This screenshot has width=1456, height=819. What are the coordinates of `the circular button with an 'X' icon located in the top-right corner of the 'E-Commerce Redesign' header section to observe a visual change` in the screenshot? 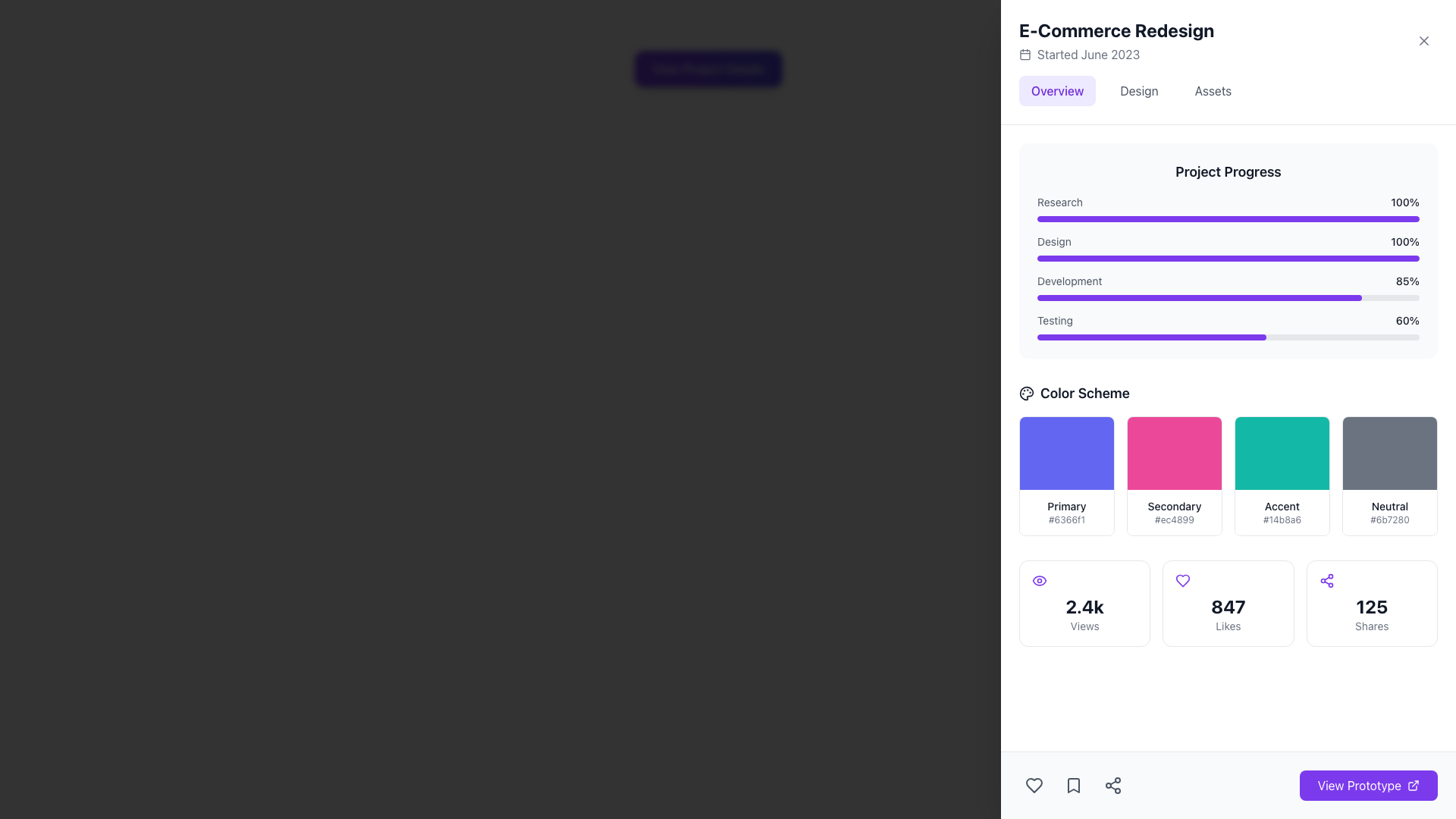 It's located at (1423, 40).